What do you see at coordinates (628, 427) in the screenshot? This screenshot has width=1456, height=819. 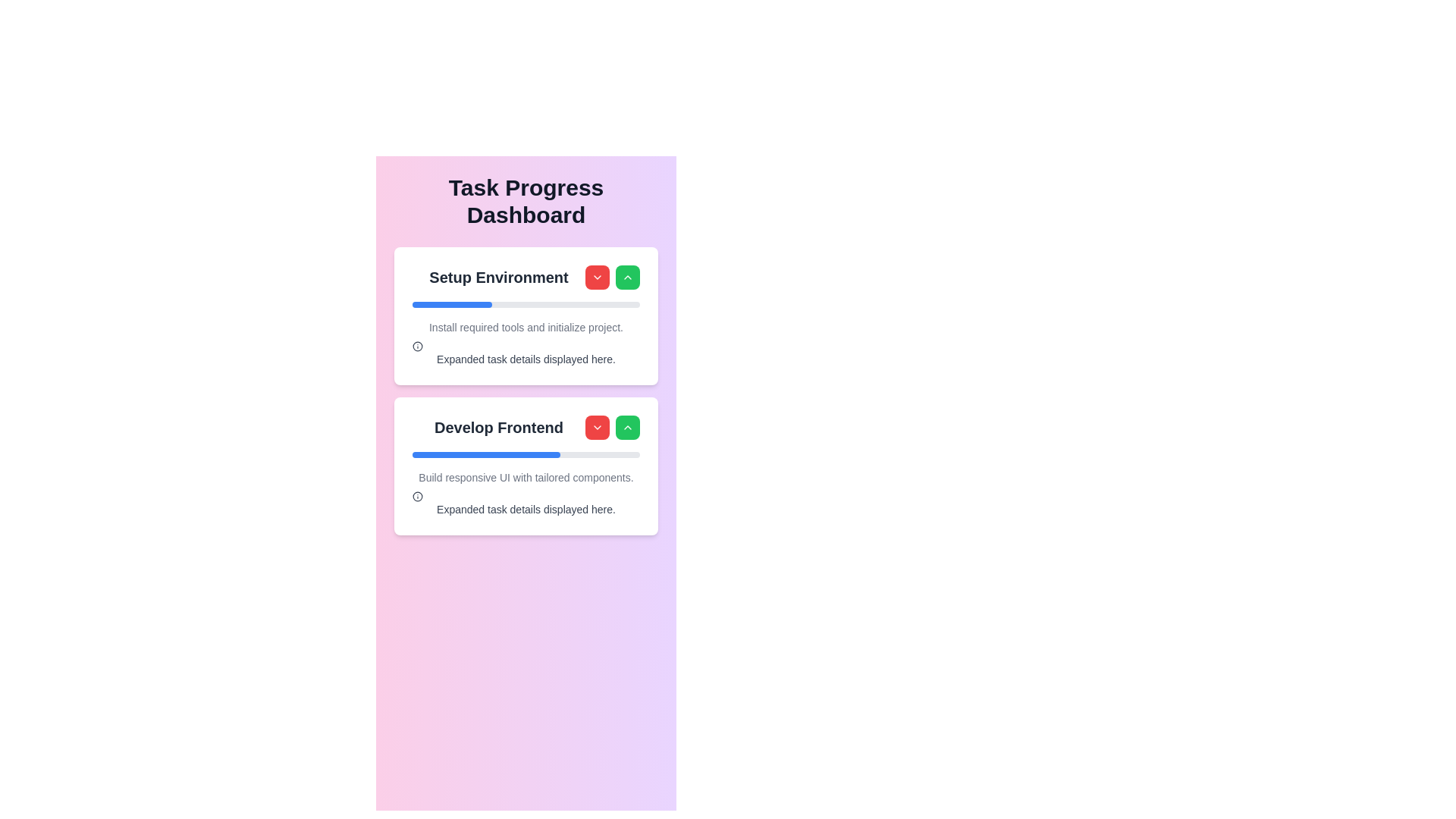 I see `the small upward-pointing chevron icon located within the green circular button on the 'Setup Environment' card to observe potential changes or tooltips` at bounding box center [628, 427].